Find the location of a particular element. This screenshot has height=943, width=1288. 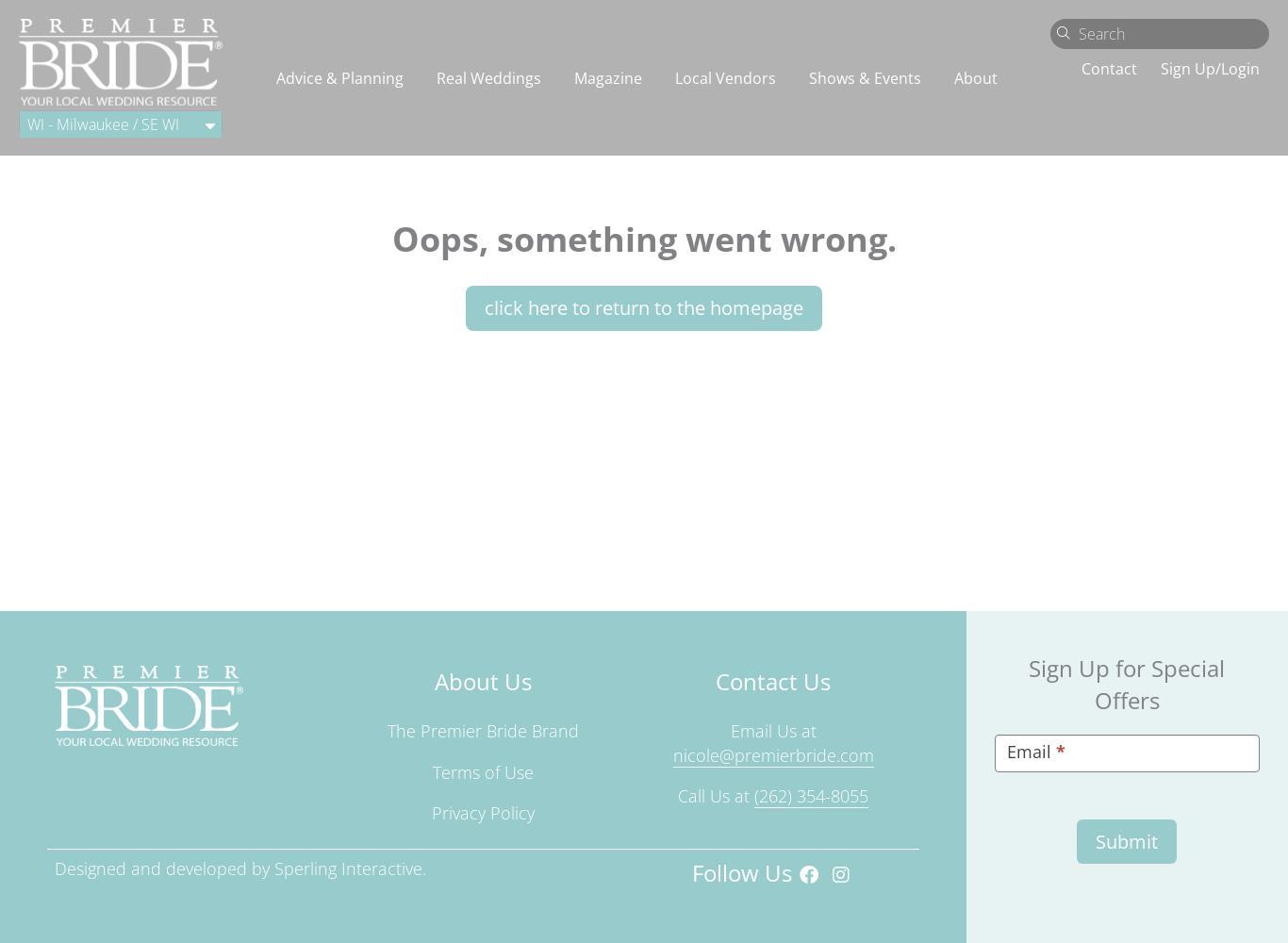

'Alterations' is located at coordinates (125, 141).